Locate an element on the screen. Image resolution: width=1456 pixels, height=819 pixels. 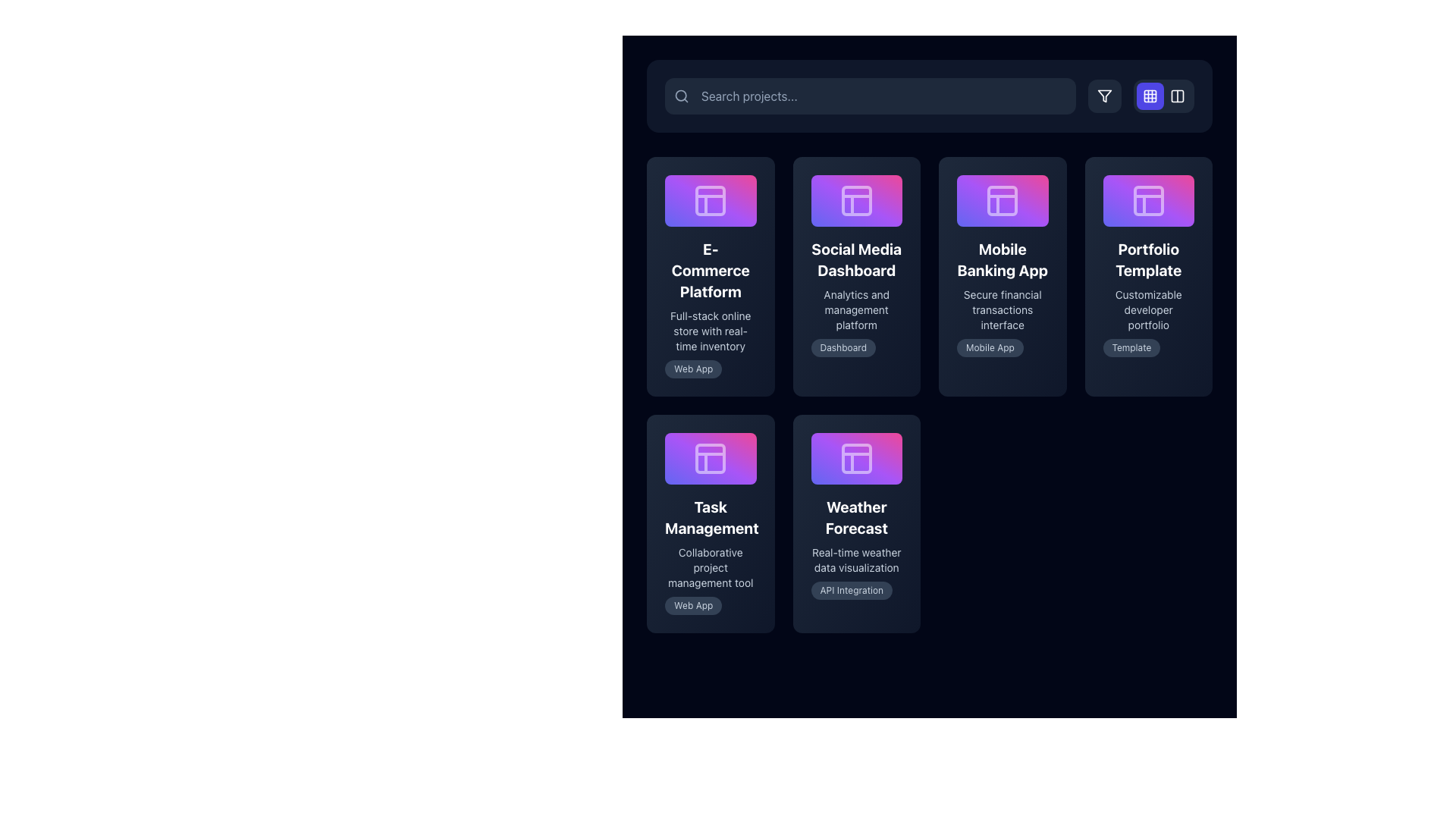
the filtering icon located is located at coordinates (1105, 96).